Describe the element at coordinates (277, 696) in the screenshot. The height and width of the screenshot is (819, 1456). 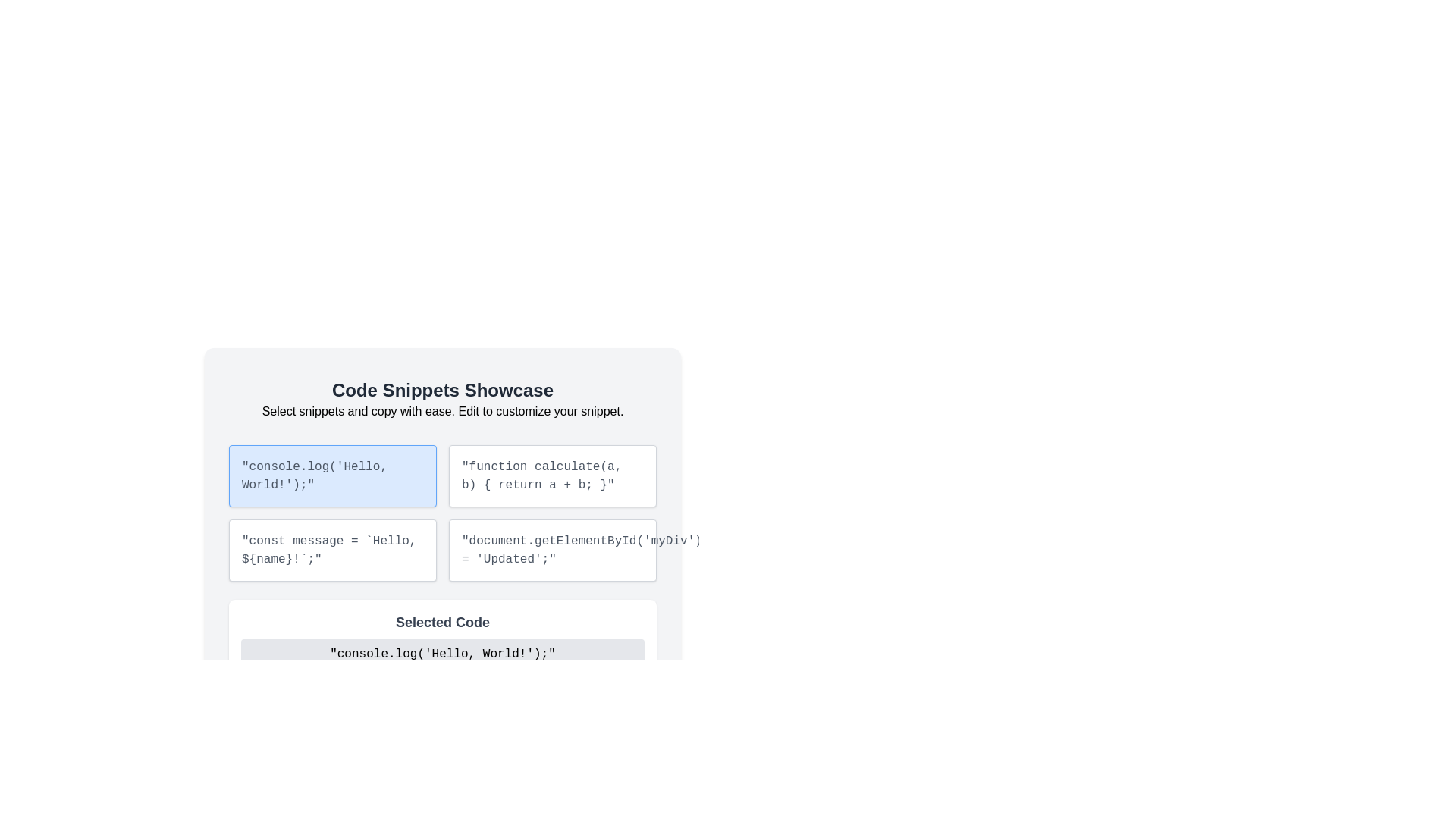
I see `the first button located at the bottom part of the interface, which is designed to copy the selected code snippet to the clipboard` at that location.